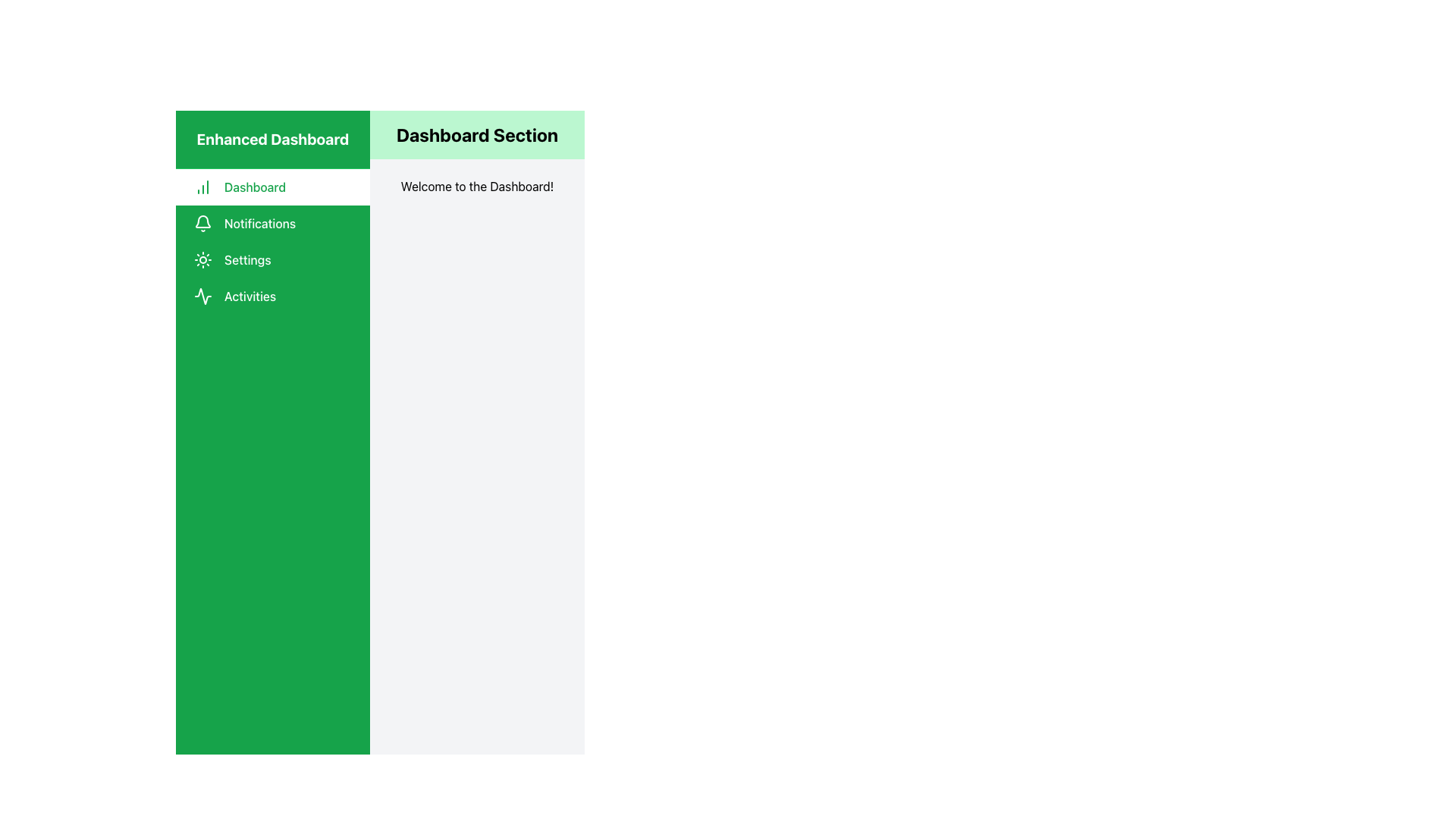 This screenshot has width=1456, height=819. Describe the element at coordinates (202, 296) in the screenshot. I see `the 'Activities' icon in the vertical navigation bar` at that location.